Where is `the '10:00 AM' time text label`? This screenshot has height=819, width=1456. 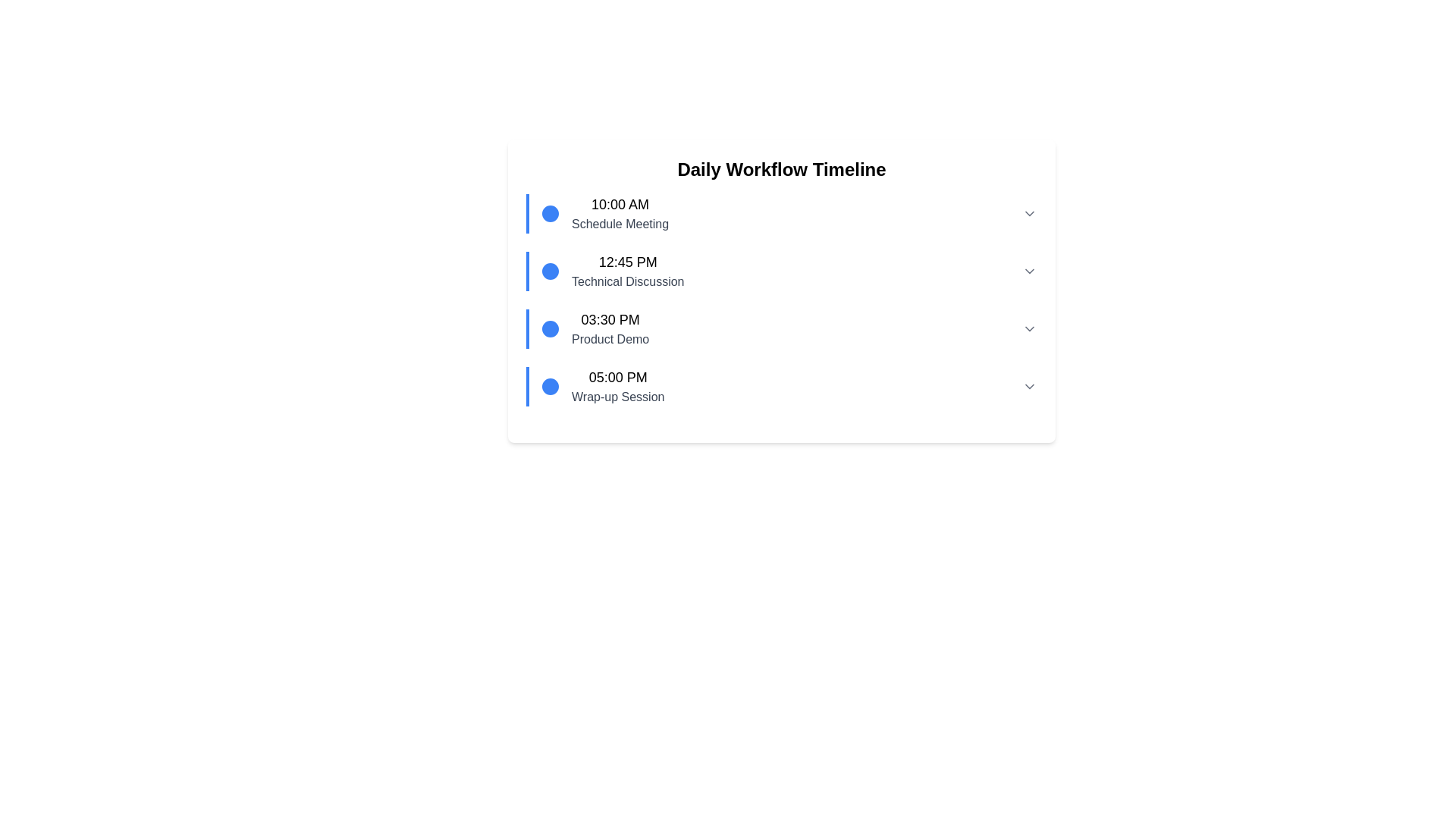 the '10:00 AM' time text label is located at coordinates (620, 205).